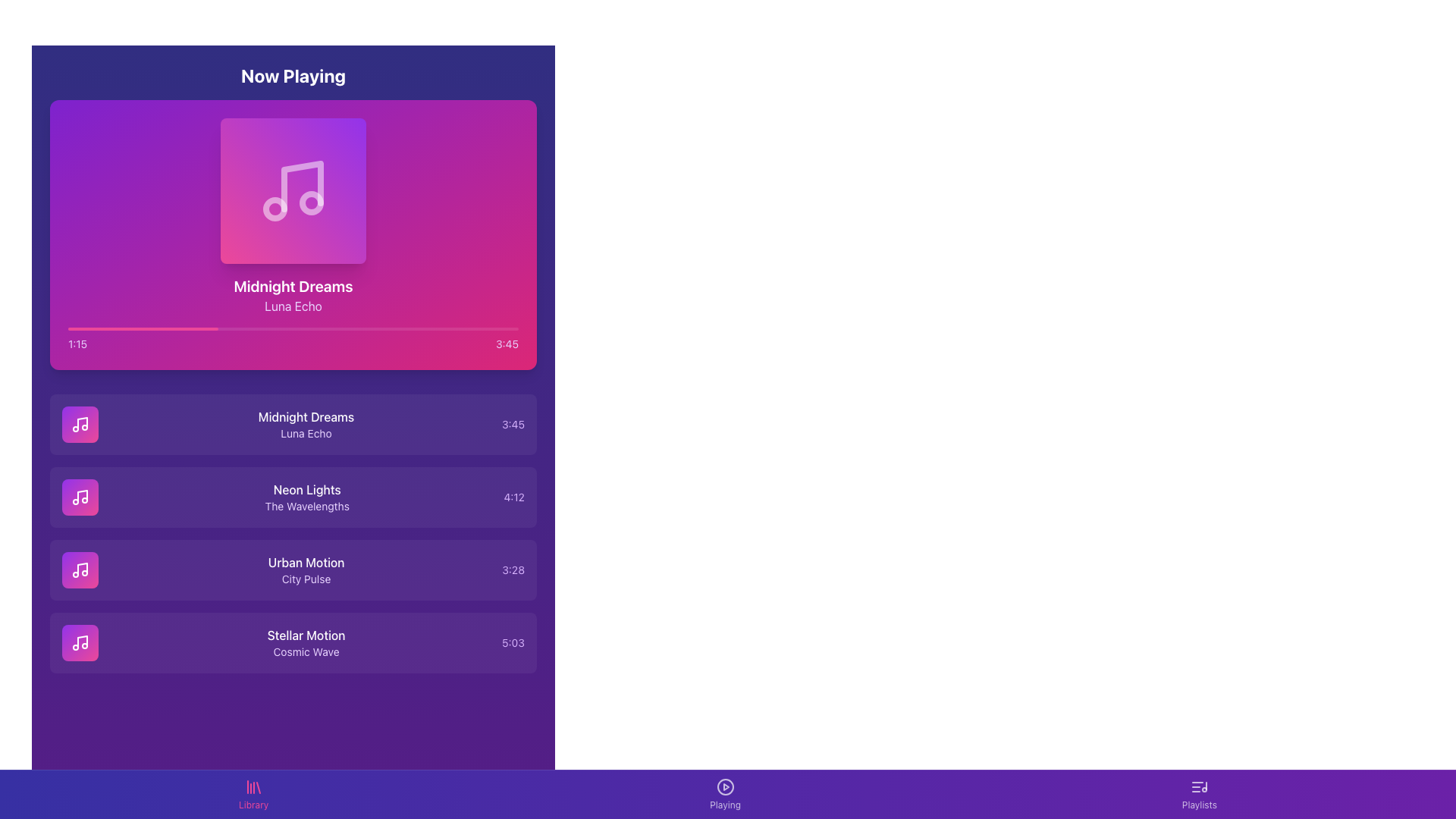  I want to click on the circular play button icon located in the bottom navigation bar, centered above the 'Playing' label, so click(724, 786).